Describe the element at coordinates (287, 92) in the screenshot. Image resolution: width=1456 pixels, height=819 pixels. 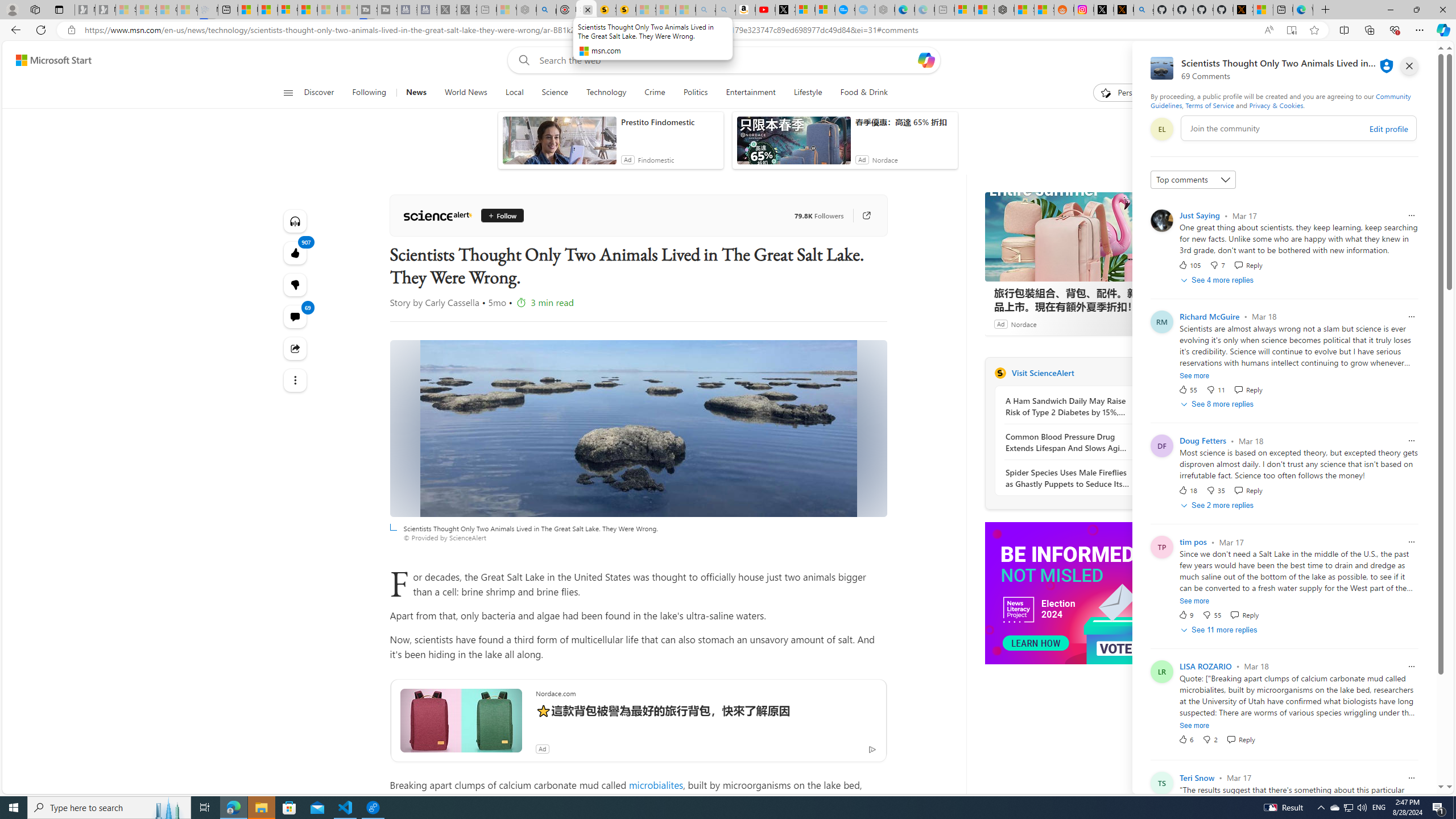
I see `'Class: button-glyph'` at that location.